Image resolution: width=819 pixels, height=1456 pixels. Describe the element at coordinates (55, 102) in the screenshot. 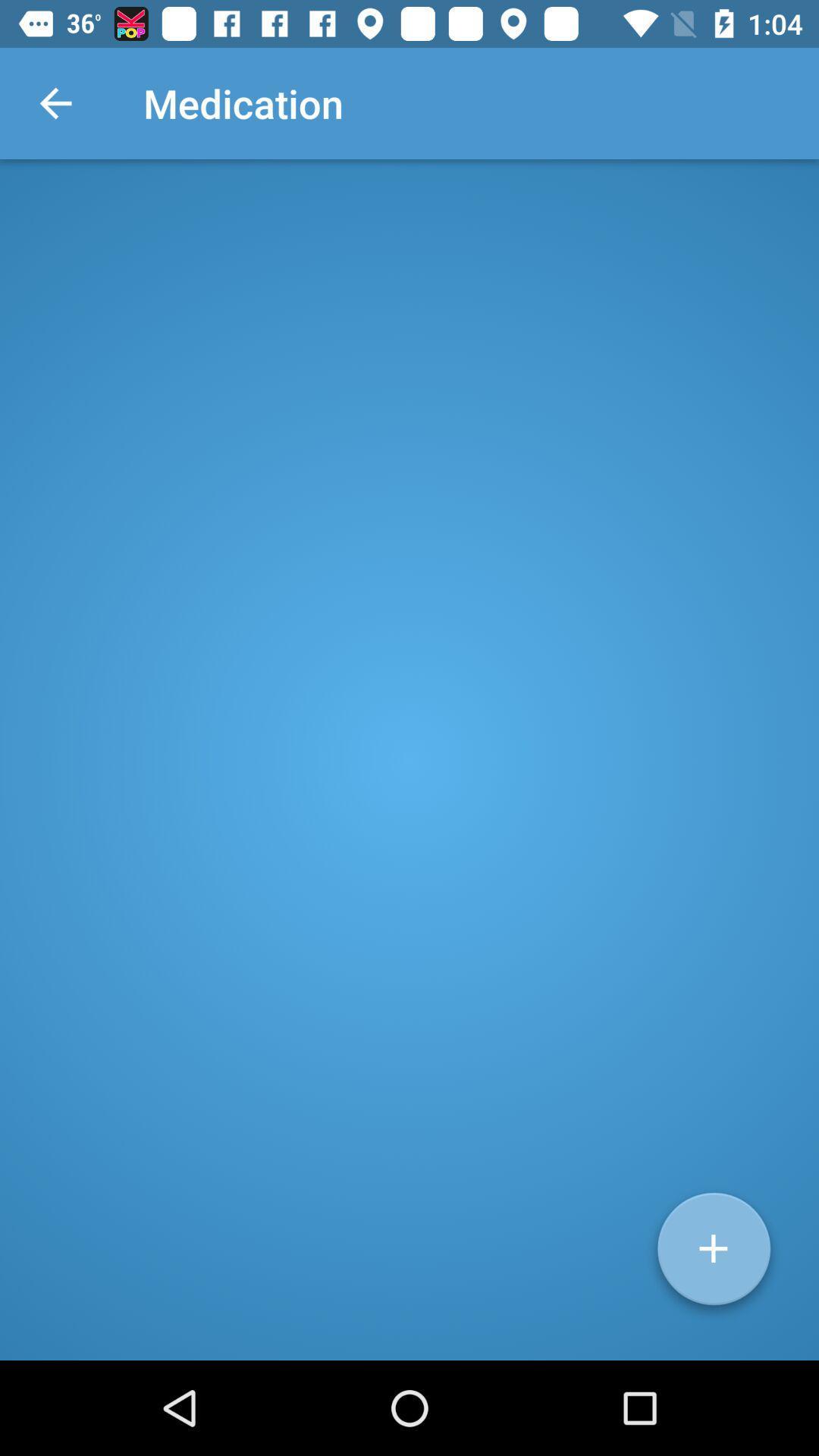

I see `icon to the left of the medication` at that location.